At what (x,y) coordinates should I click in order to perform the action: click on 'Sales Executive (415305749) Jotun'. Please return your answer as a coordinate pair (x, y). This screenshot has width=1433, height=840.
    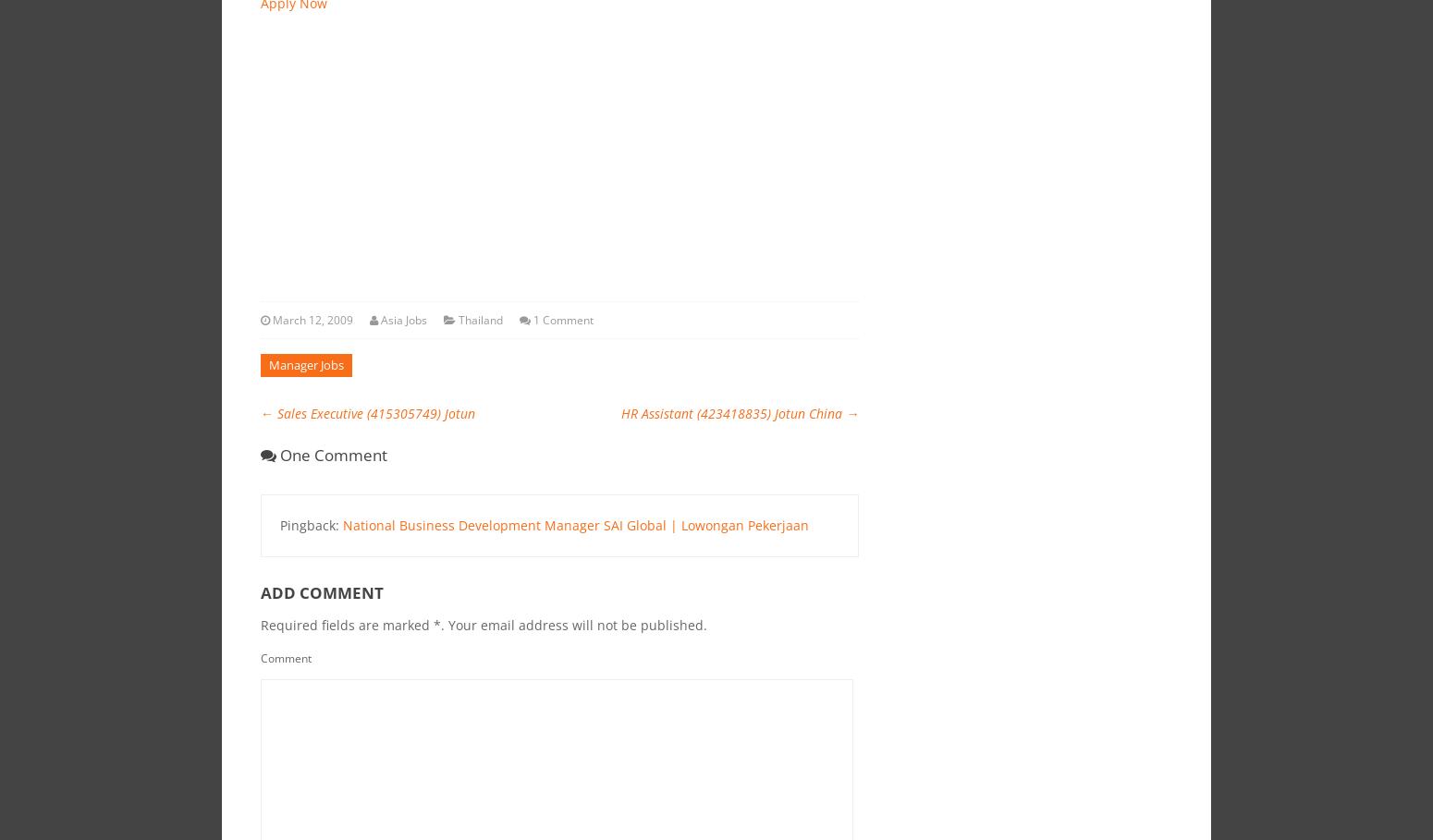
    Looking at the image, I should click on (272, 412).